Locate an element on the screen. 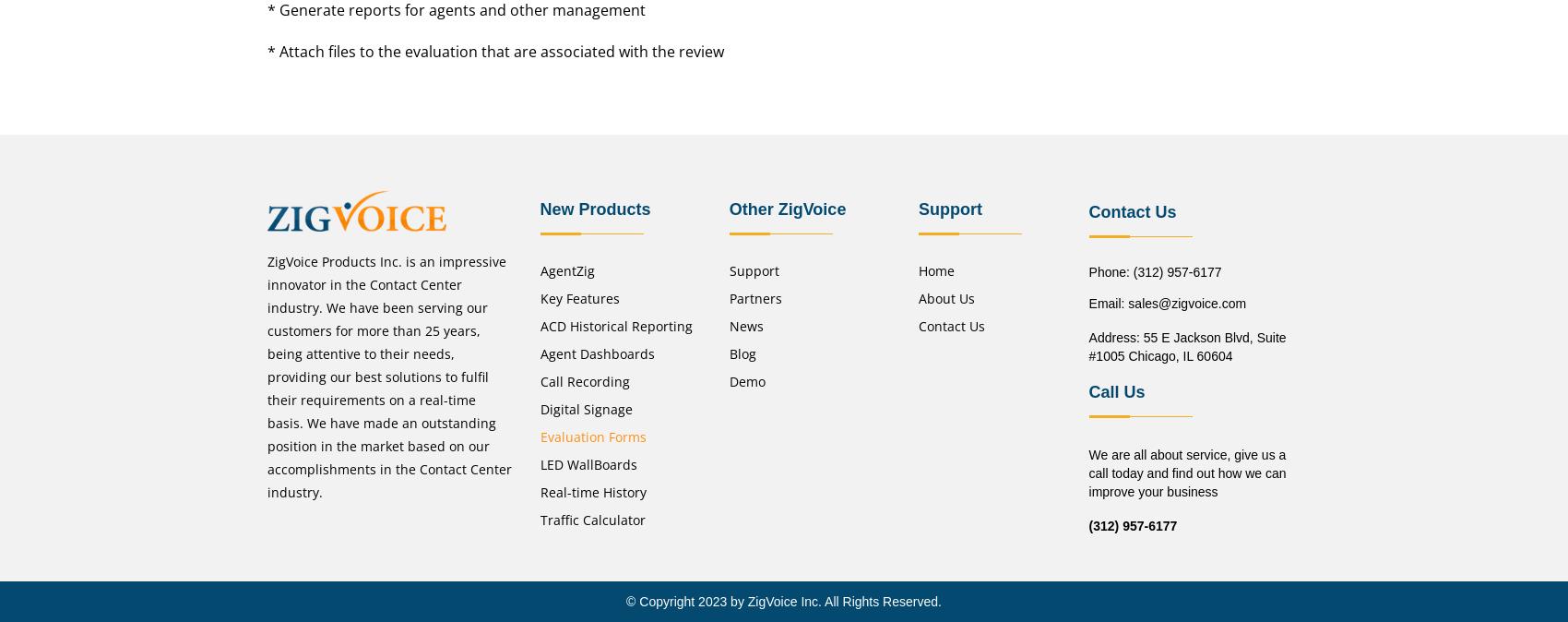  'Agent Dashboards' is located at coordinates (597, 353).